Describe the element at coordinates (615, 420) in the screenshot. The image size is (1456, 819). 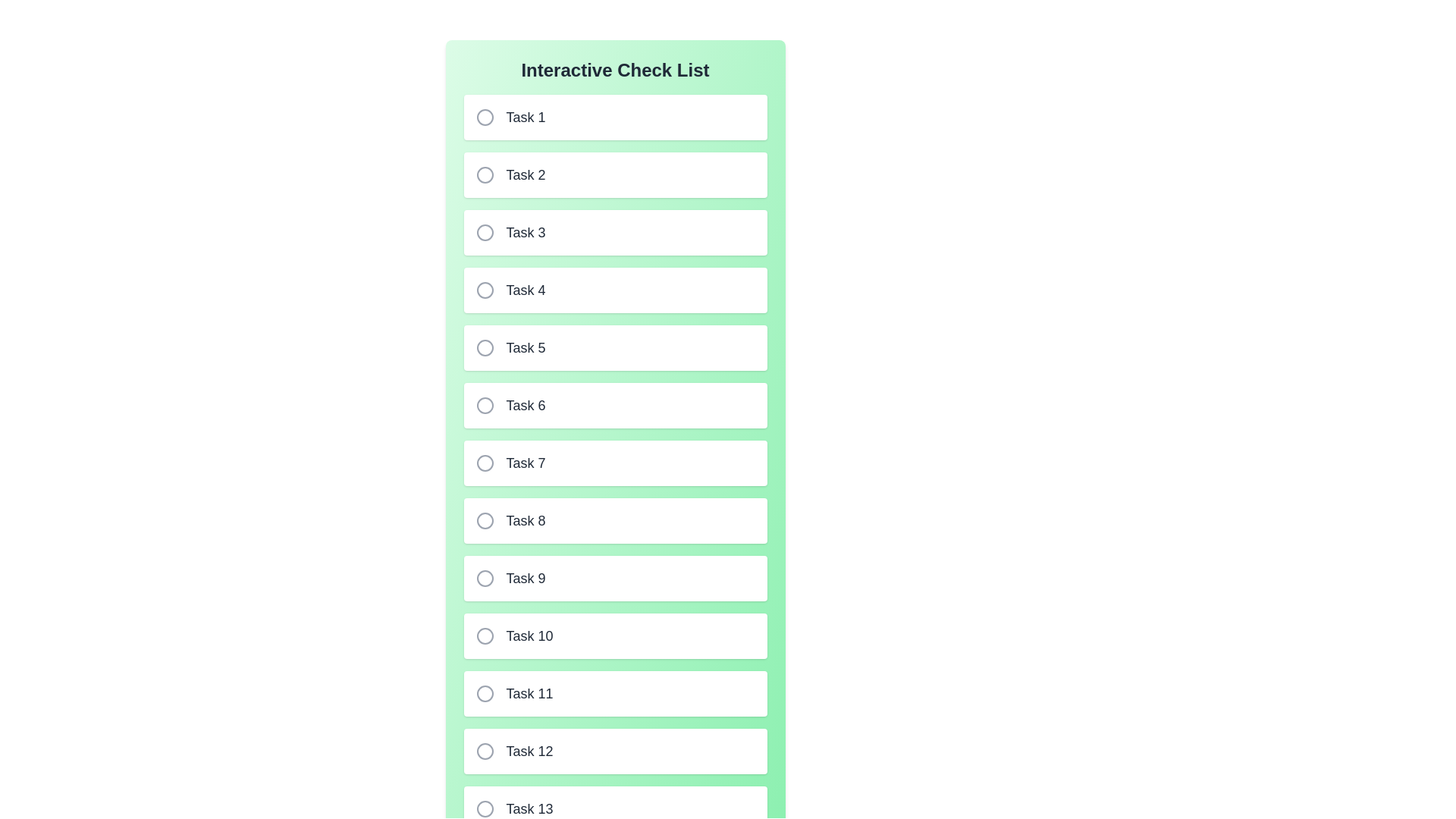
I see `the checklist container background to inspect its styling` at that location.